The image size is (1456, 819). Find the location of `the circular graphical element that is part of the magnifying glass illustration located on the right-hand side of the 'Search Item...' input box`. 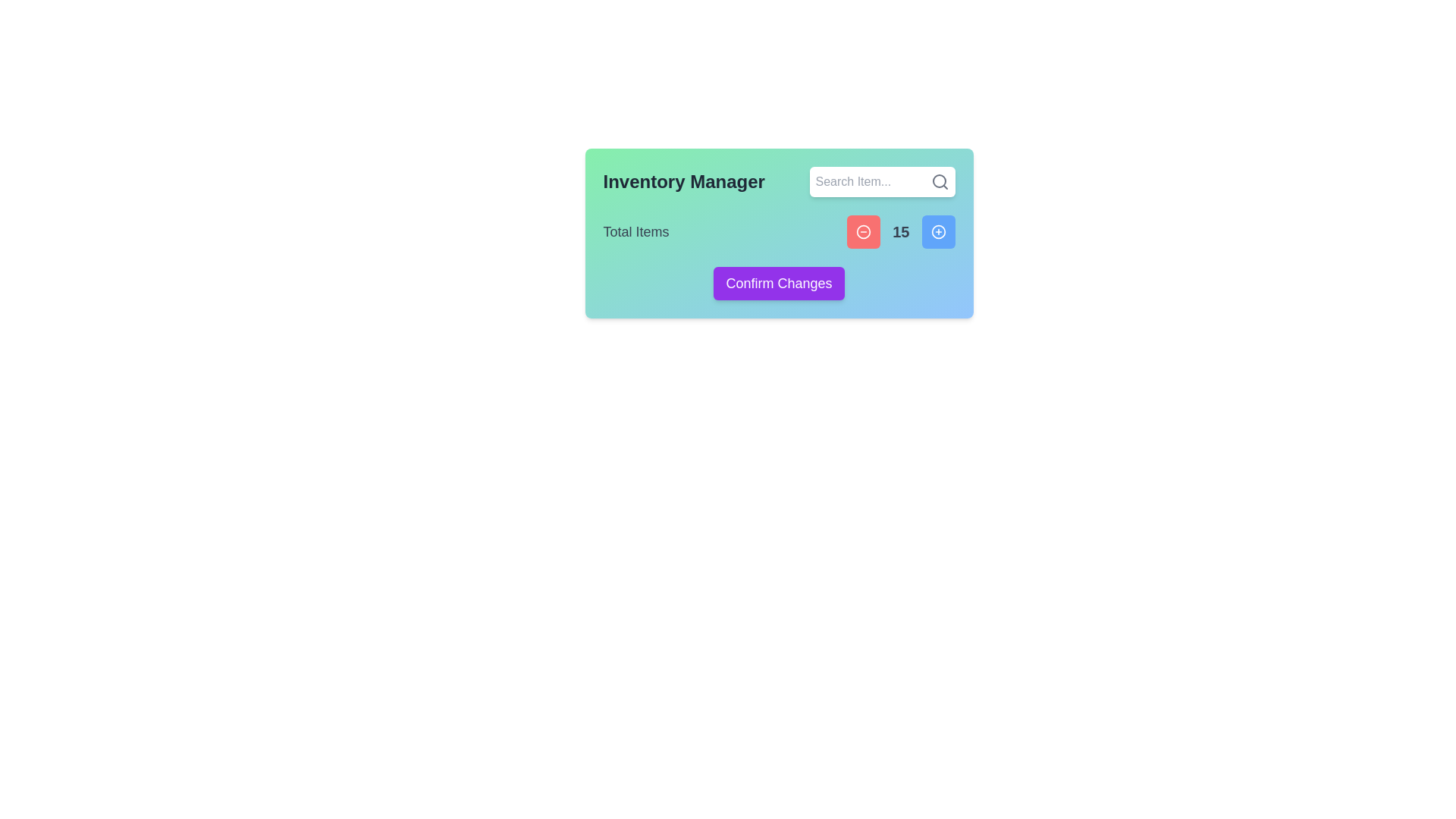

the circular graphical element that is part of the magnifying glass illustration located on the right-hand side of the 'Search Item...' input box is located at coordinates (938, 180).